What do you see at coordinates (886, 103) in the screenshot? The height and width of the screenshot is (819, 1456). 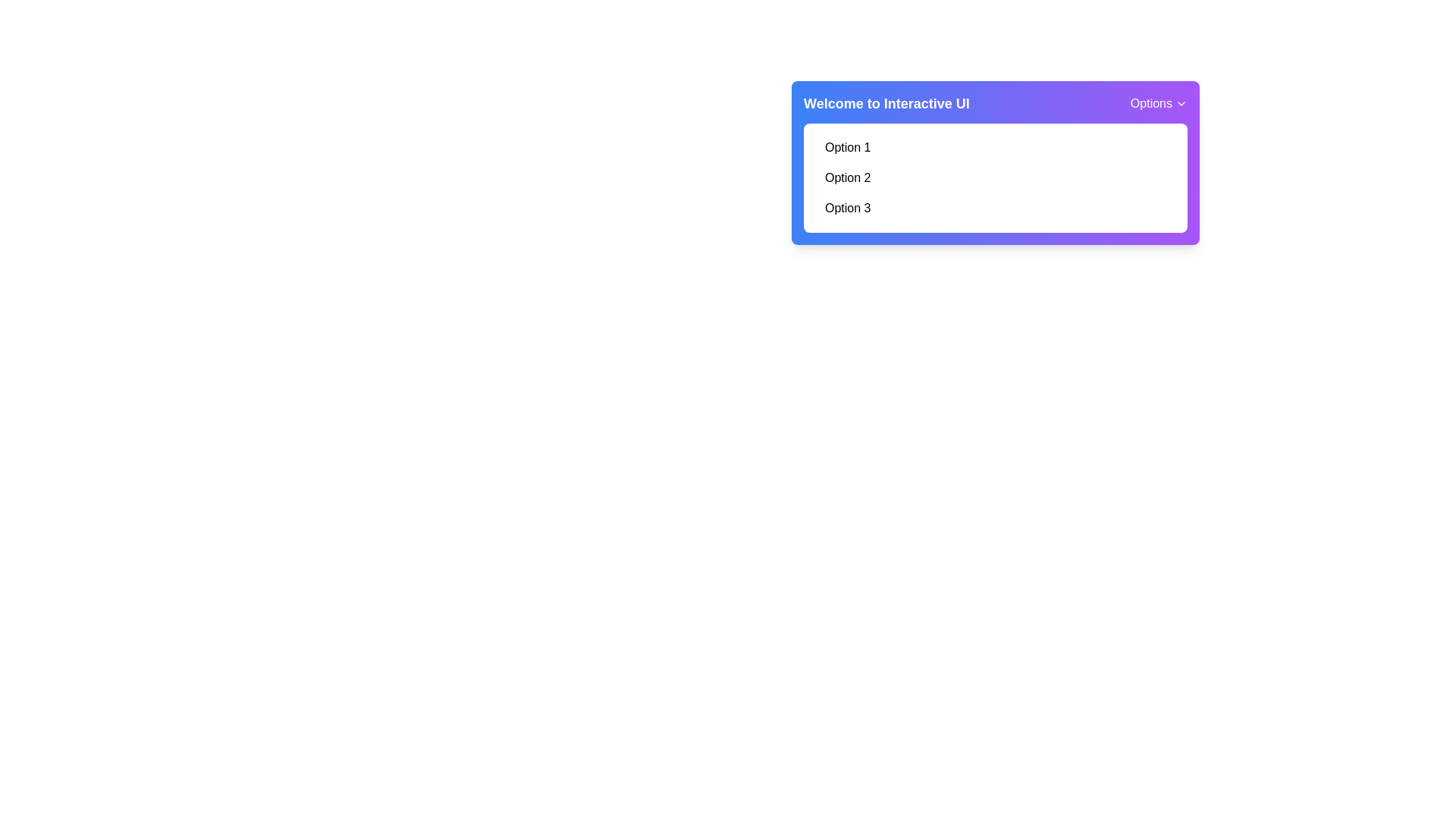 I see `static text element displaying 'Welcome to Interactive UI' located in the upper-left section of the header bar with a blue to purple gradient background` at bounding box center [886, 103].